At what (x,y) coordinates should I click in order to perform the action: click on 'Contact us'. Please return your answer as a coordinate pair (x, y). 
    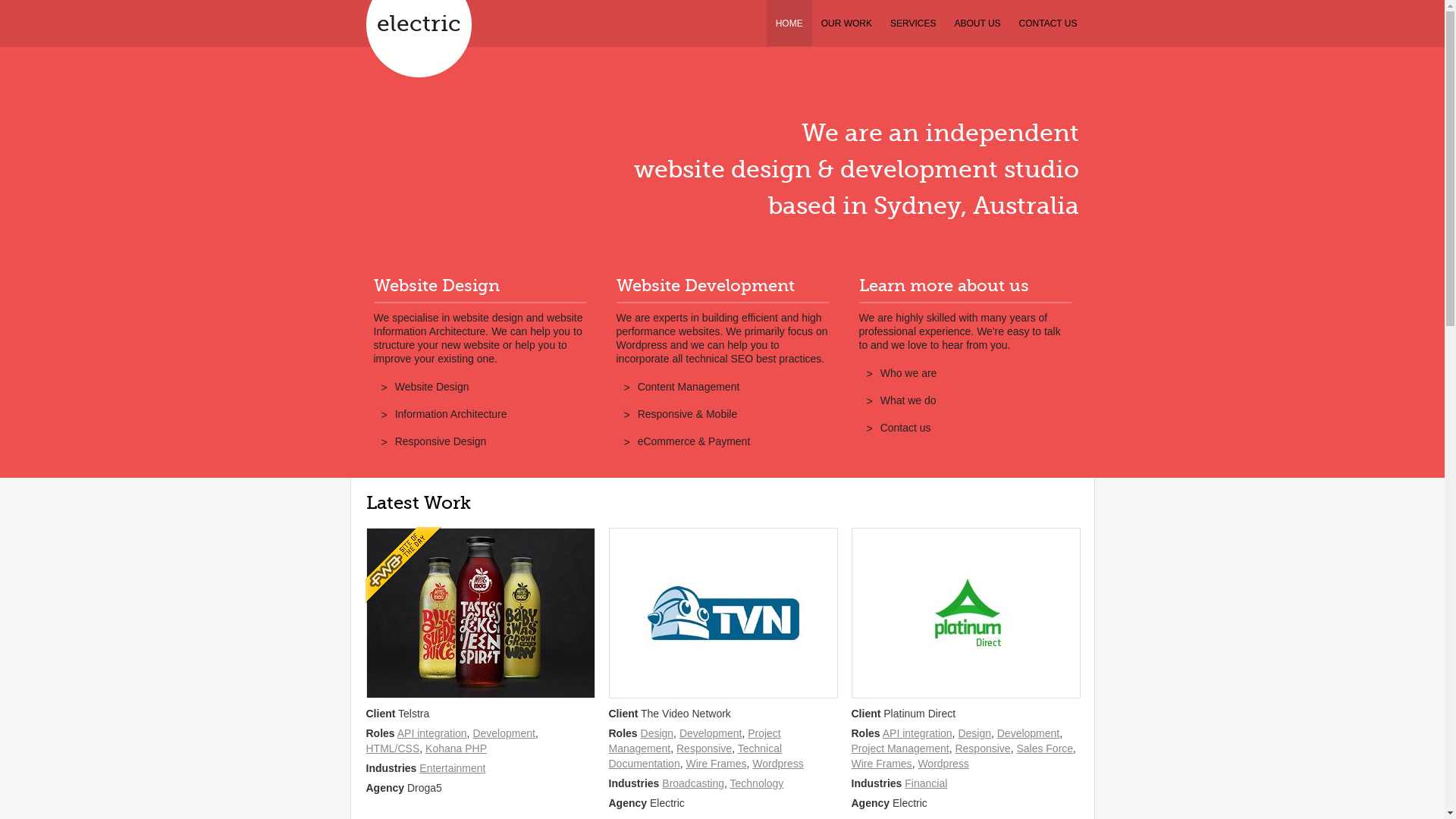
    Looking at the image, I should click on (905, 427).